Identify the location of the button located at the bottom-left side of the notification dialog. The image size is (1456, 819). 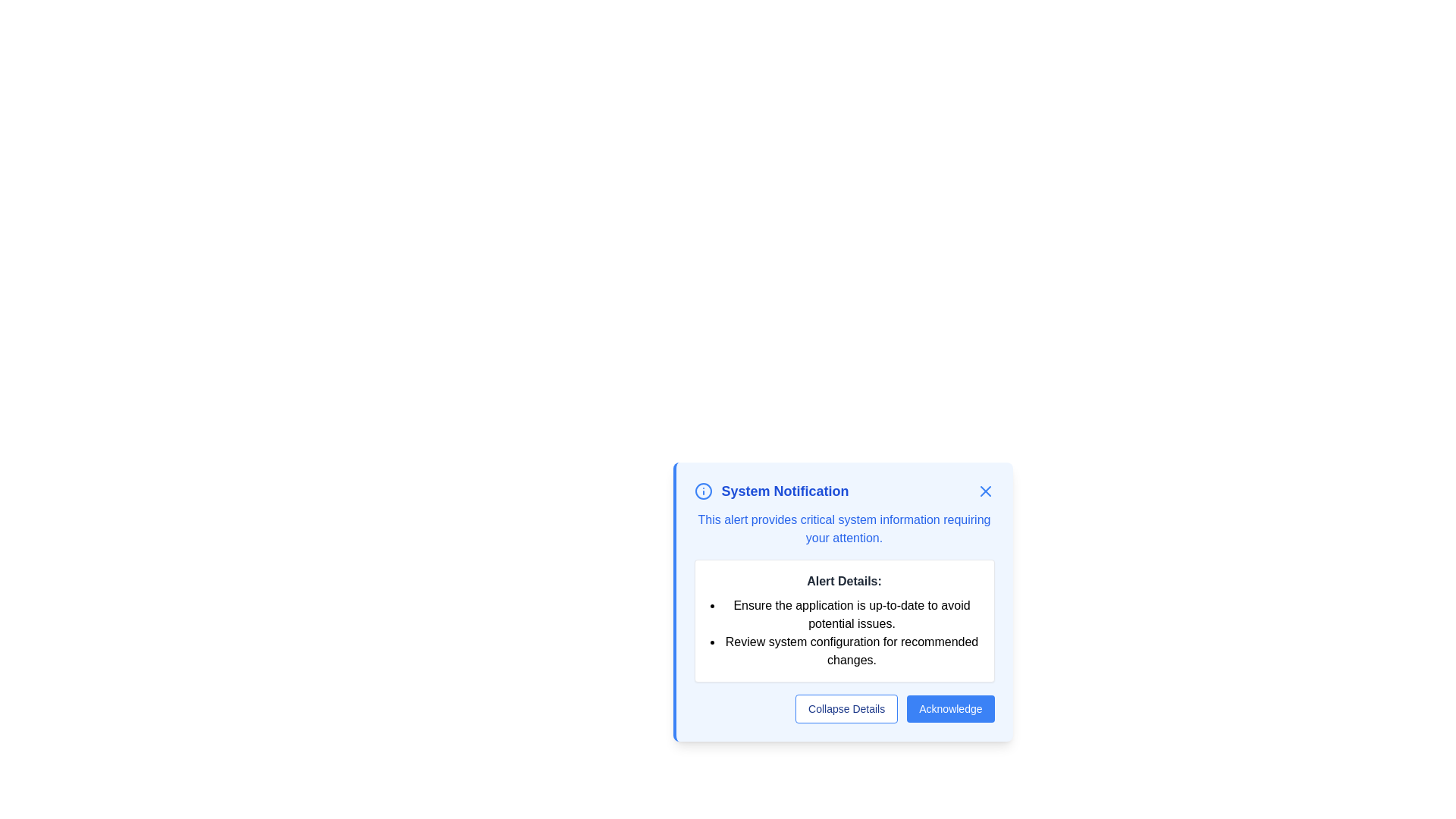
(846, 708).